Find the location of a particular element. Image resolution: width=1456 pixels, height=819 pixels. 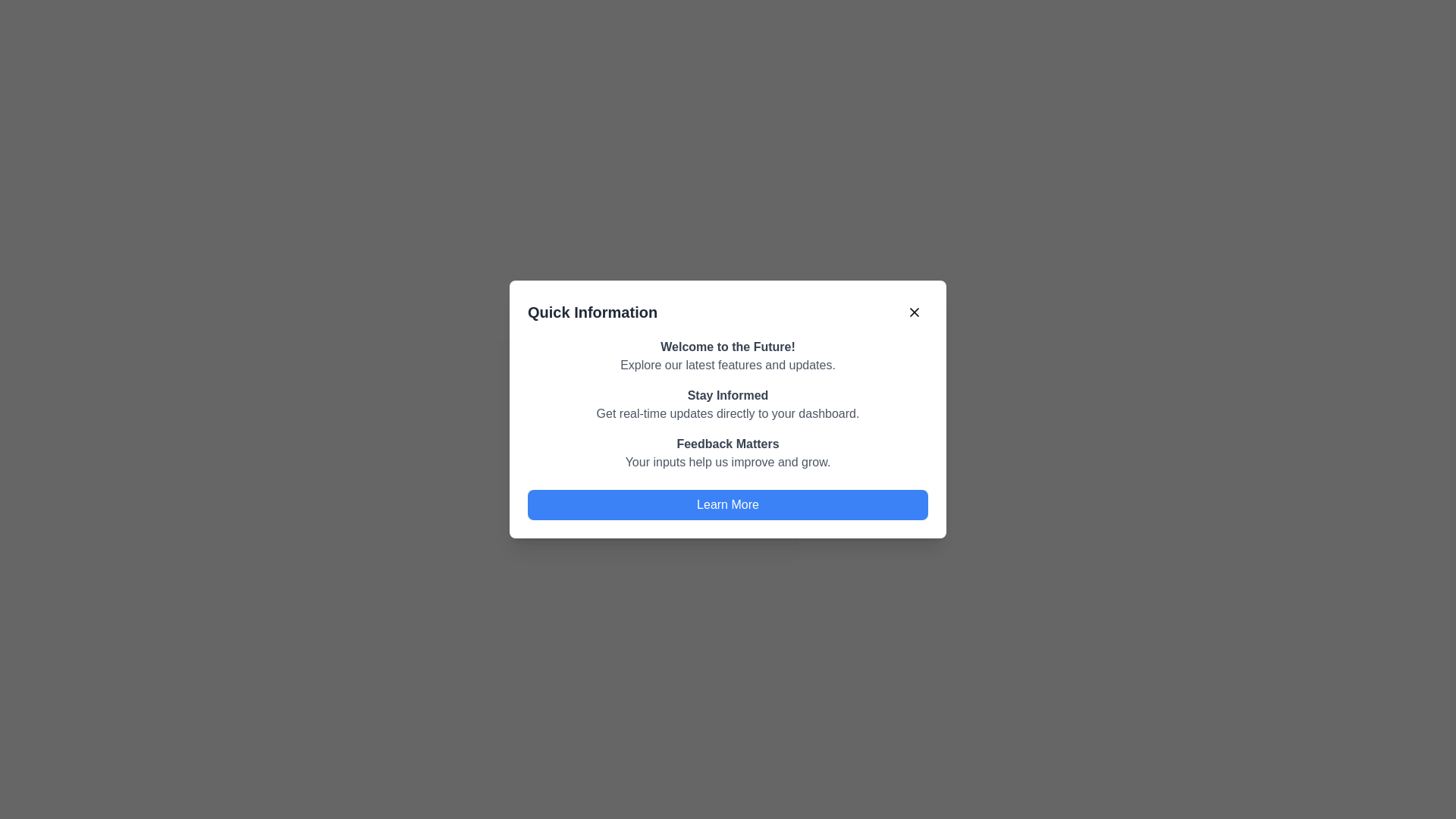

the welcoming header text block located in the central upper region of the modal dialog box, below the title 'Quick Information' and above the section titled 'Stay Informed' is located at coordinates (728, 356).